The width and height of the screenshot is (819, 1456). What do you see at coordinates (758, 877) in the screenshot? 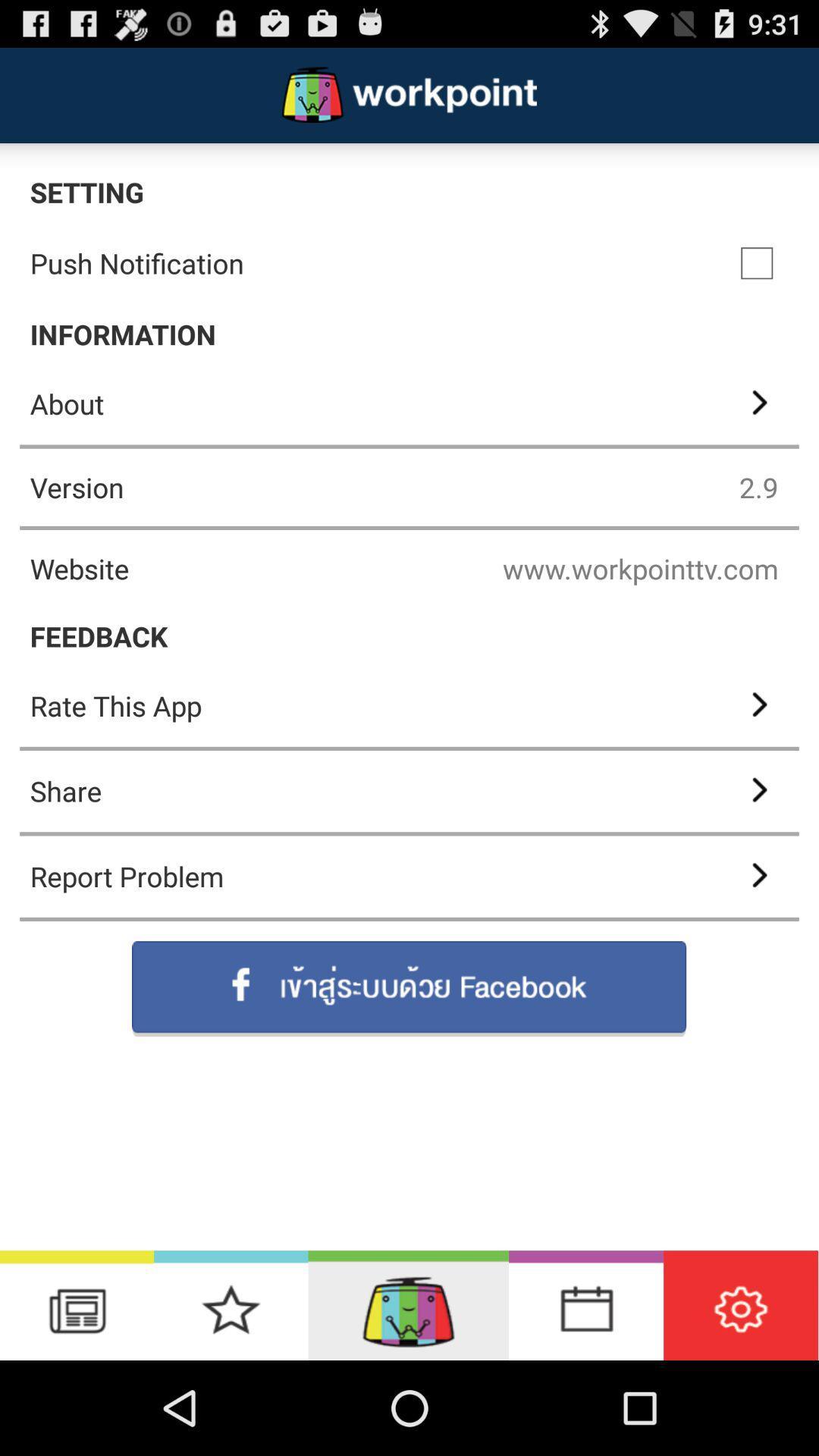
I see `the button next to report problem` at bounding box center [758, 877].